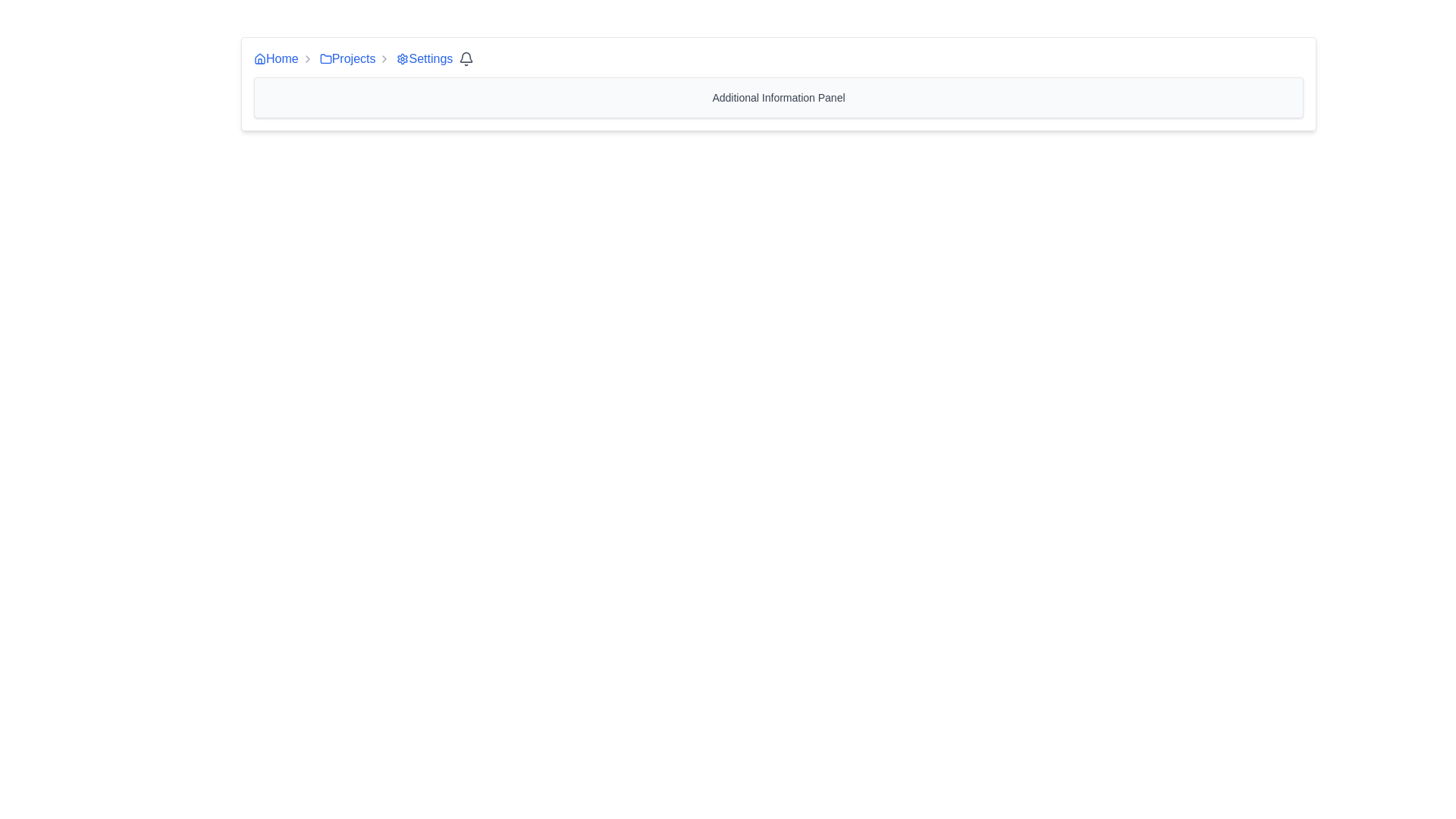  What do you see at coordinates (466, 56) in the screenshot?
I see `the notification bell icon located on the right side of the header to interact with it, which serves as a visual component indicating alerts or notifications` at bounding box center [466, 56].